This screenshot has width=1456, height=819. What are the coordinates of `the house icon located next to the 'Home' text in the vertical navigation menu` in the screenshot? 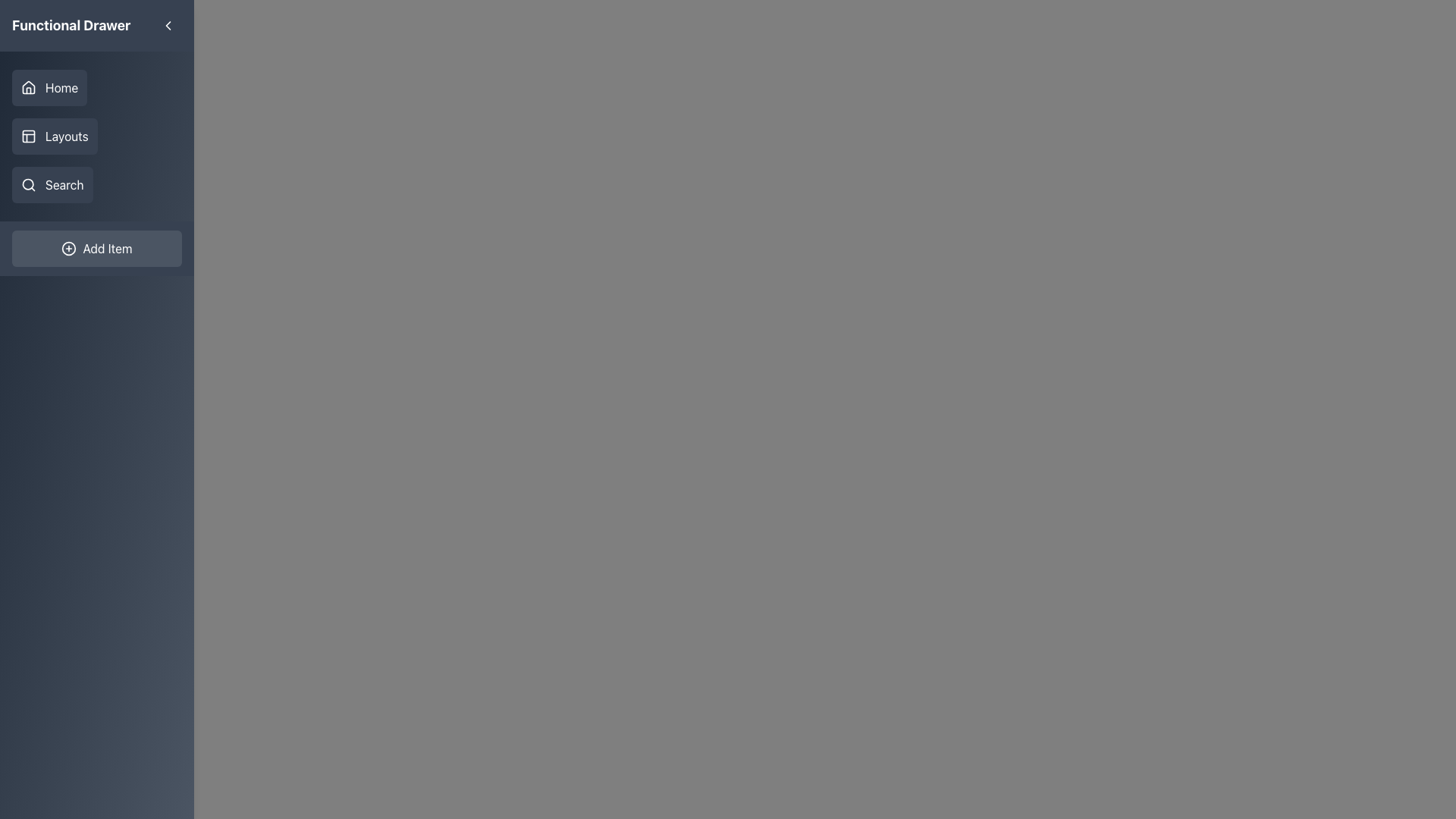 It's located at (29, 87).